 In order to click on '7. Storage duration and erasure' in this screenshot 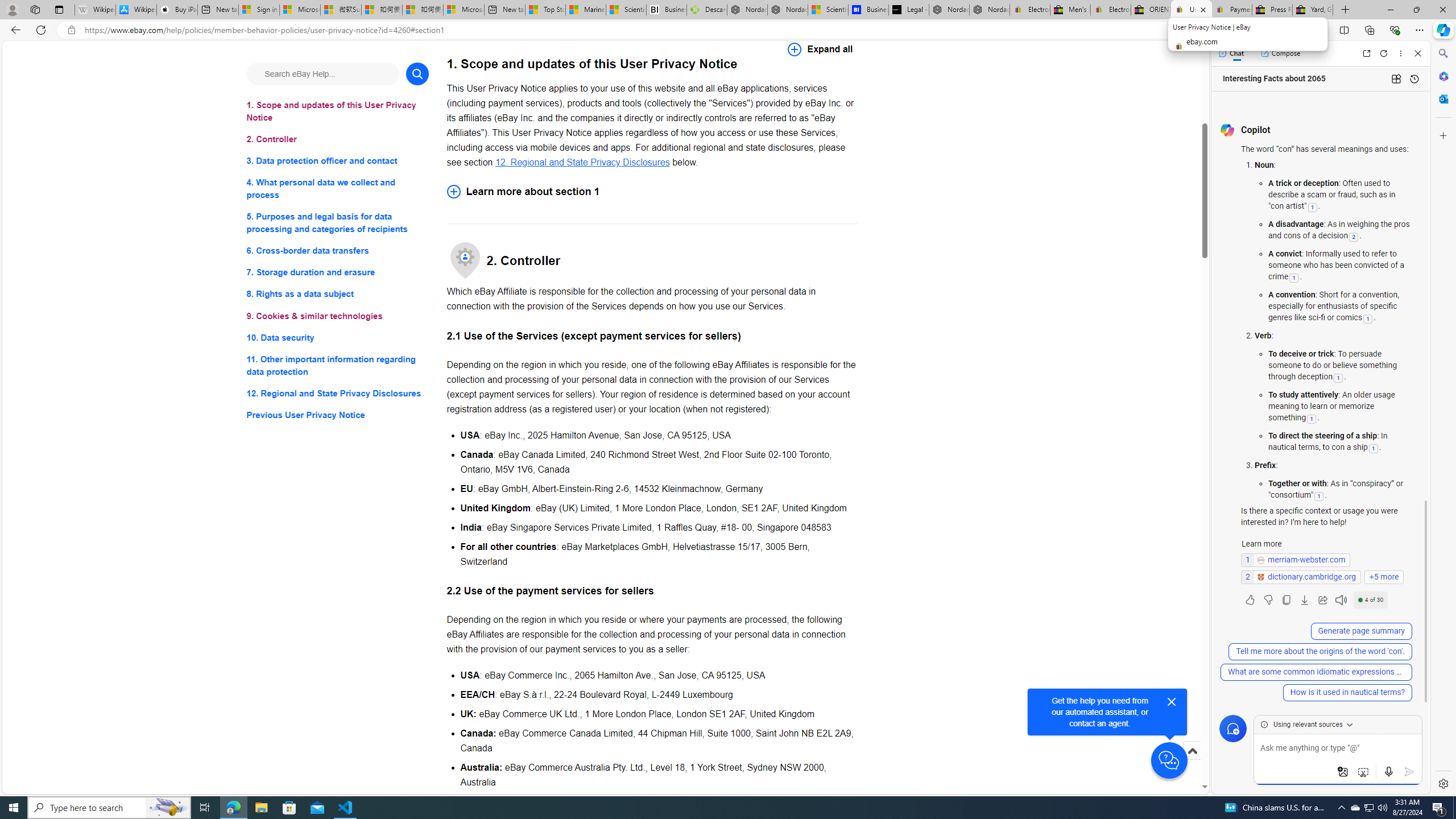, I will do `click(337, 272)`.